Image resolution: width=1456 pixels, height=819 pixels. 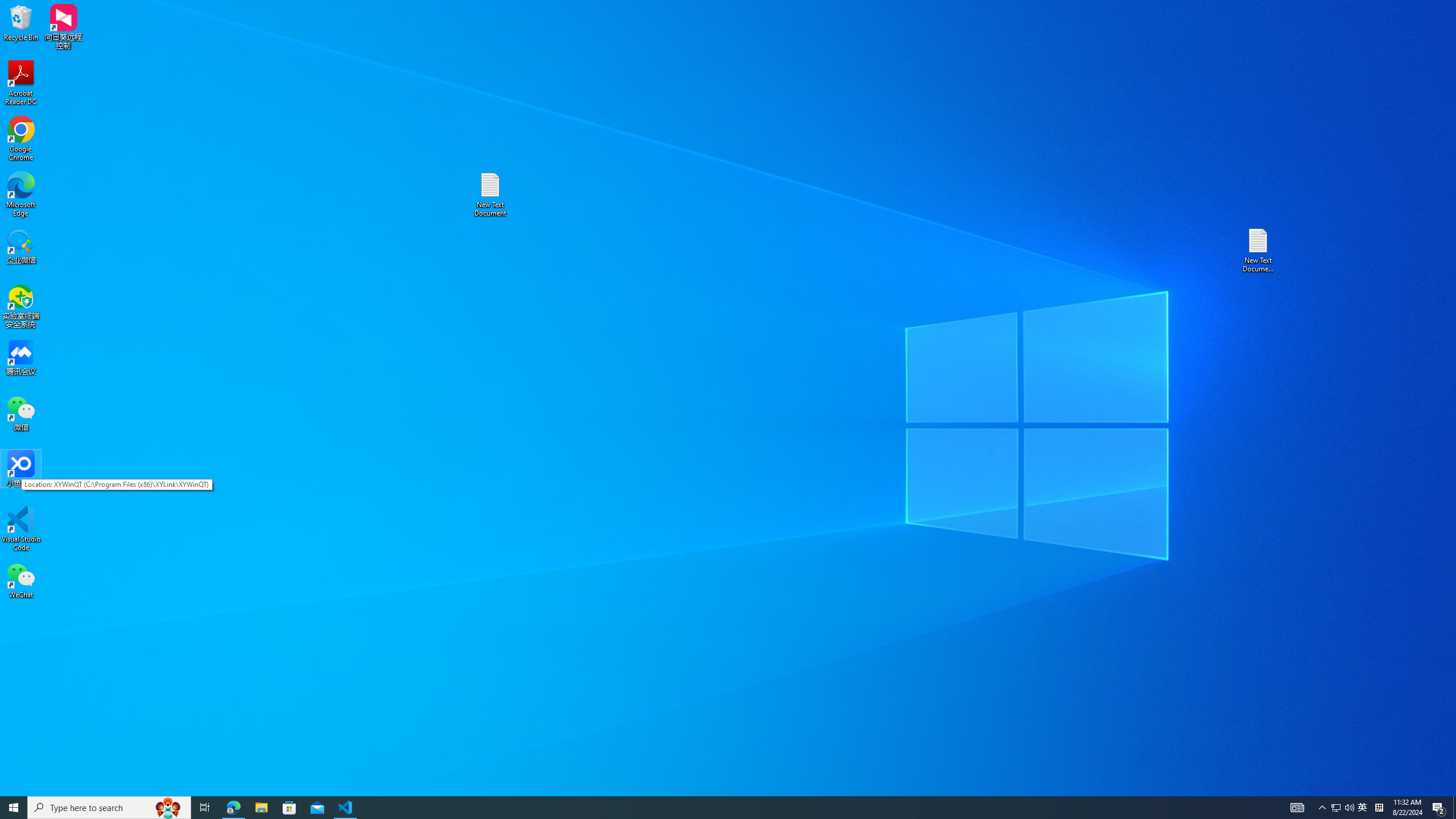 I want to click on 'Visual Studio Code - 1 running window', so click(x=345, y=806).